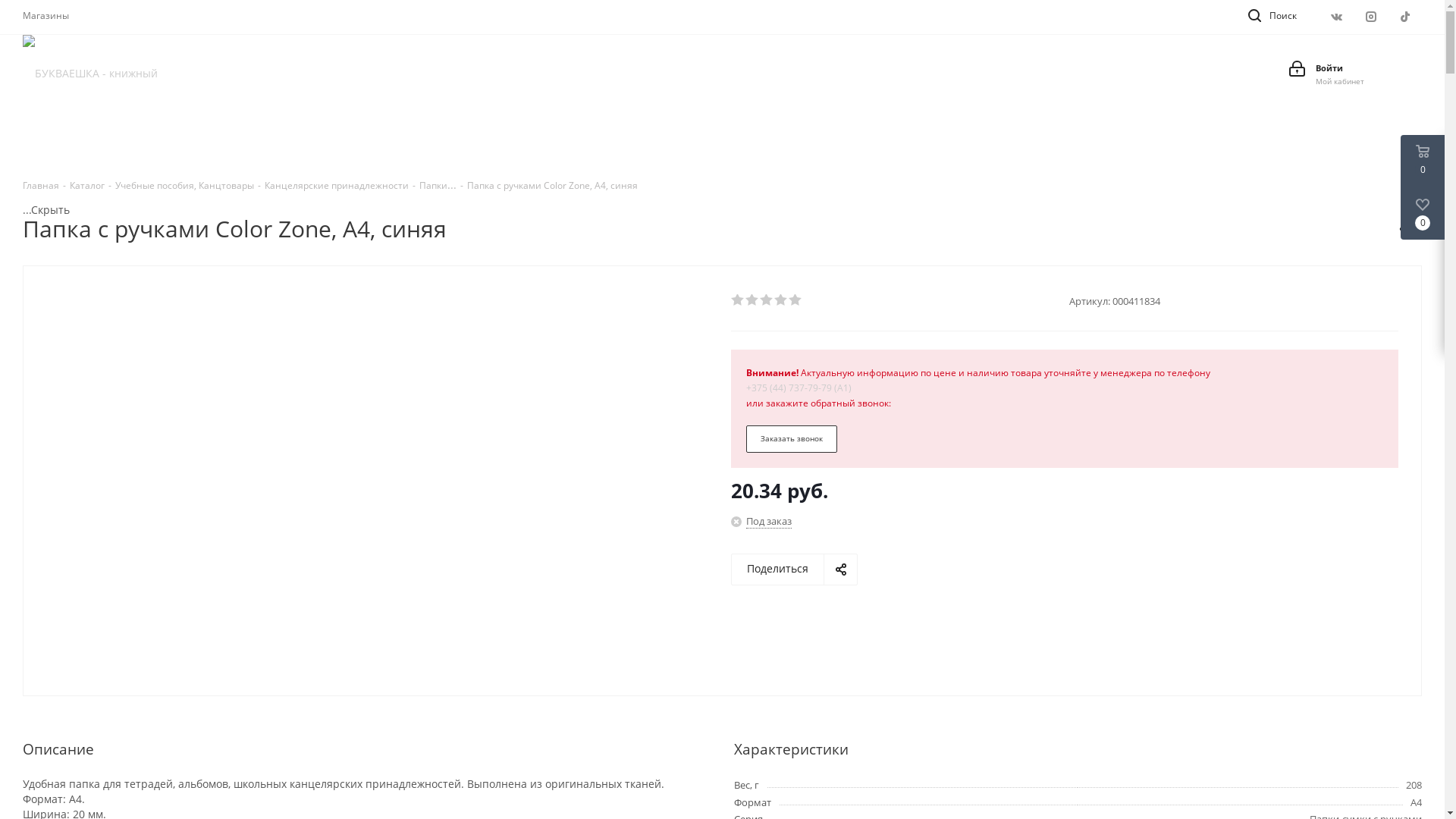 The height and width of the screenshot is (819, 1456). Describe the element at coordinates (767, 300) in the screenshot. I see `'3'` at that location.